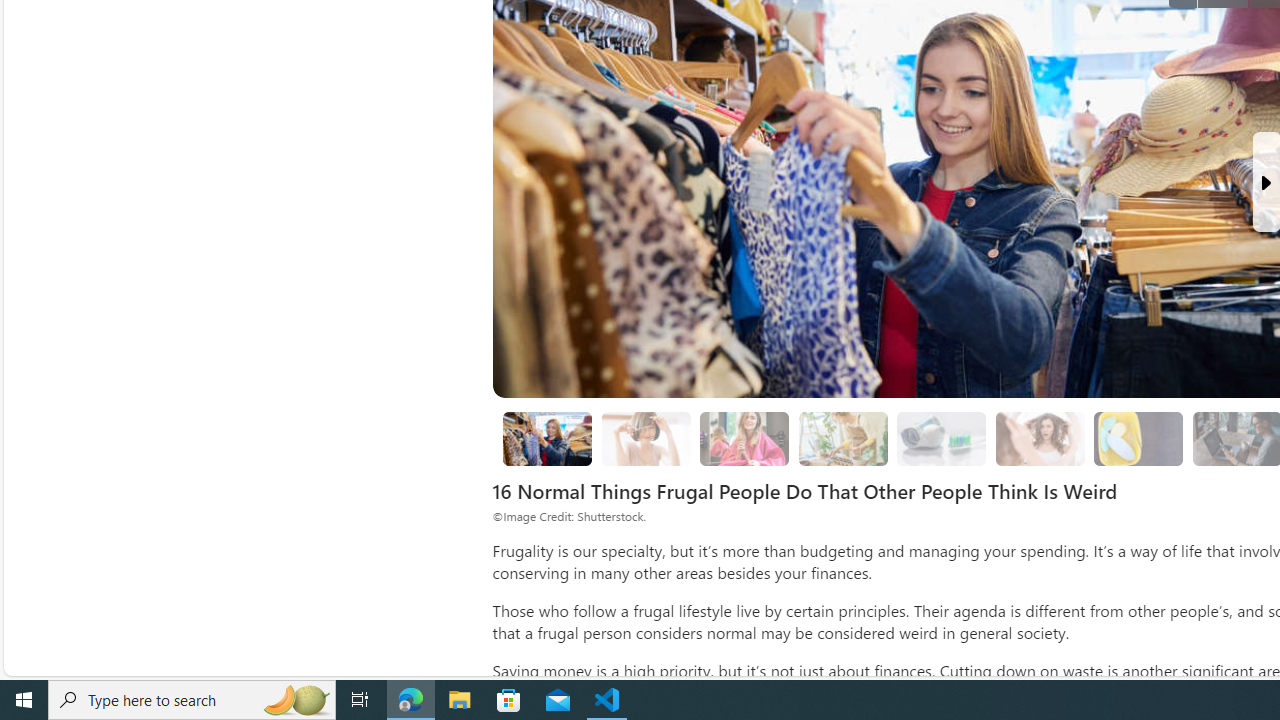 The image size is (1280, 720). What do you see at coordinates (843, 438) in the screenshot?
I see `'3. Growing From Seeds'` at bounding box center [843, 438].